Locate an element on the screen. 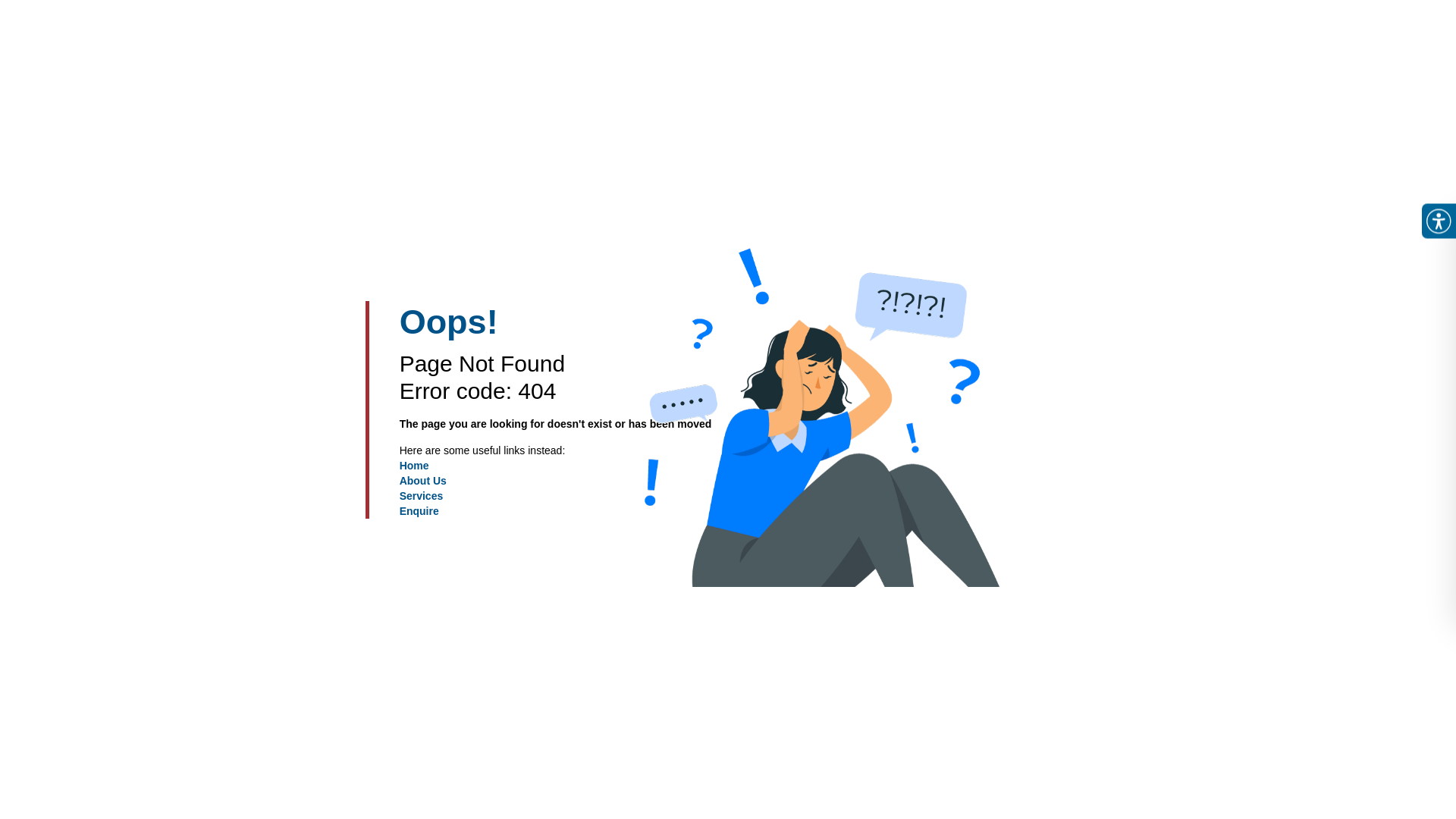 Image resolution: width=1456 pixels, height=819 pixels. 'Services' is located at coordinates (422, 496).